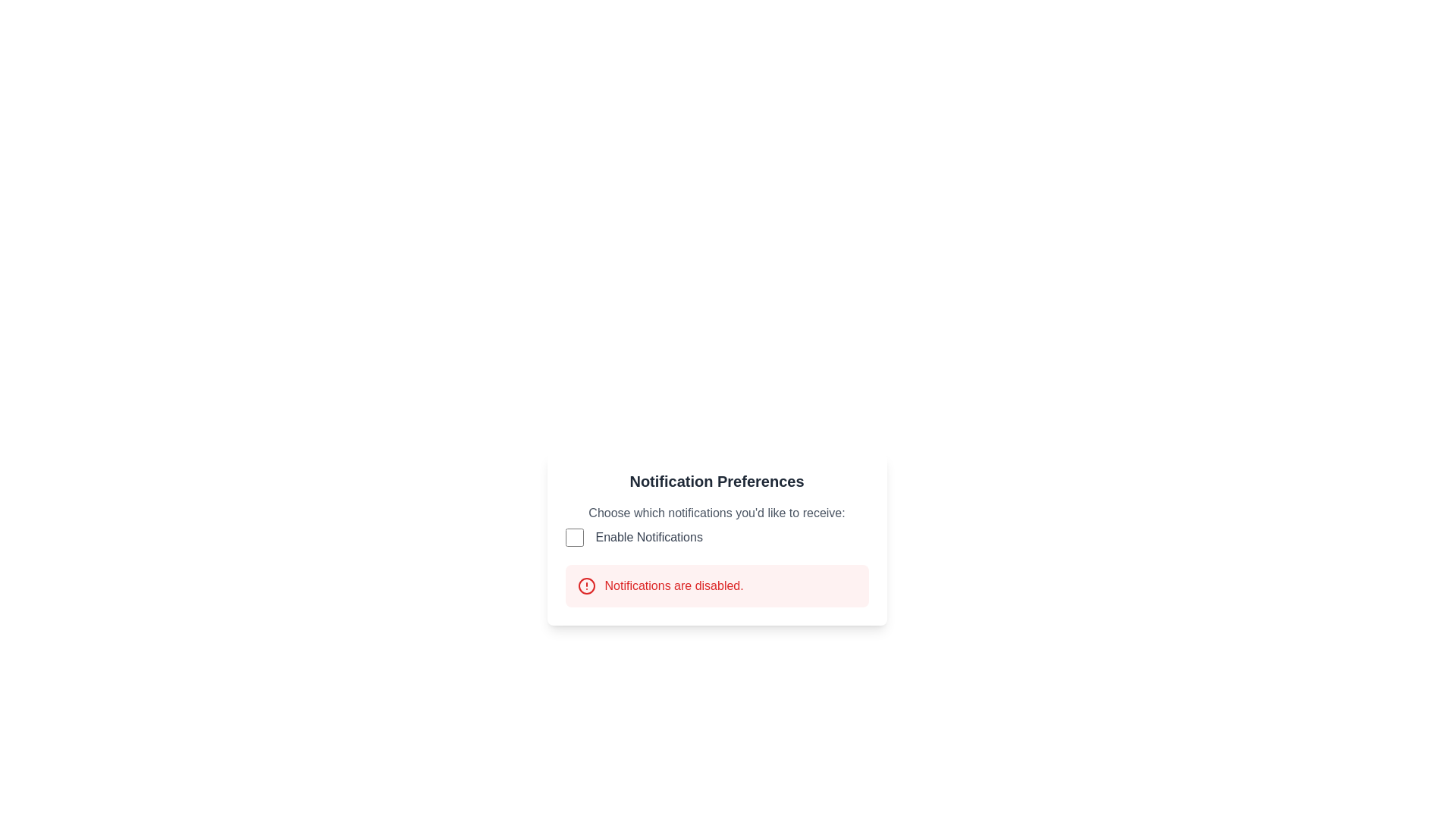 Image resolution: width=1456 pixels, height=819 pixels. What do you see at coordinates (716, 585) in the screenshot?
I see `the text label indicating that notifications are currently turned off, which is located at the bottom of the notification preferences section, below the 'Enable Notifications' checkbox, and aligned with an alert icon` at bounding box center [716, 585].